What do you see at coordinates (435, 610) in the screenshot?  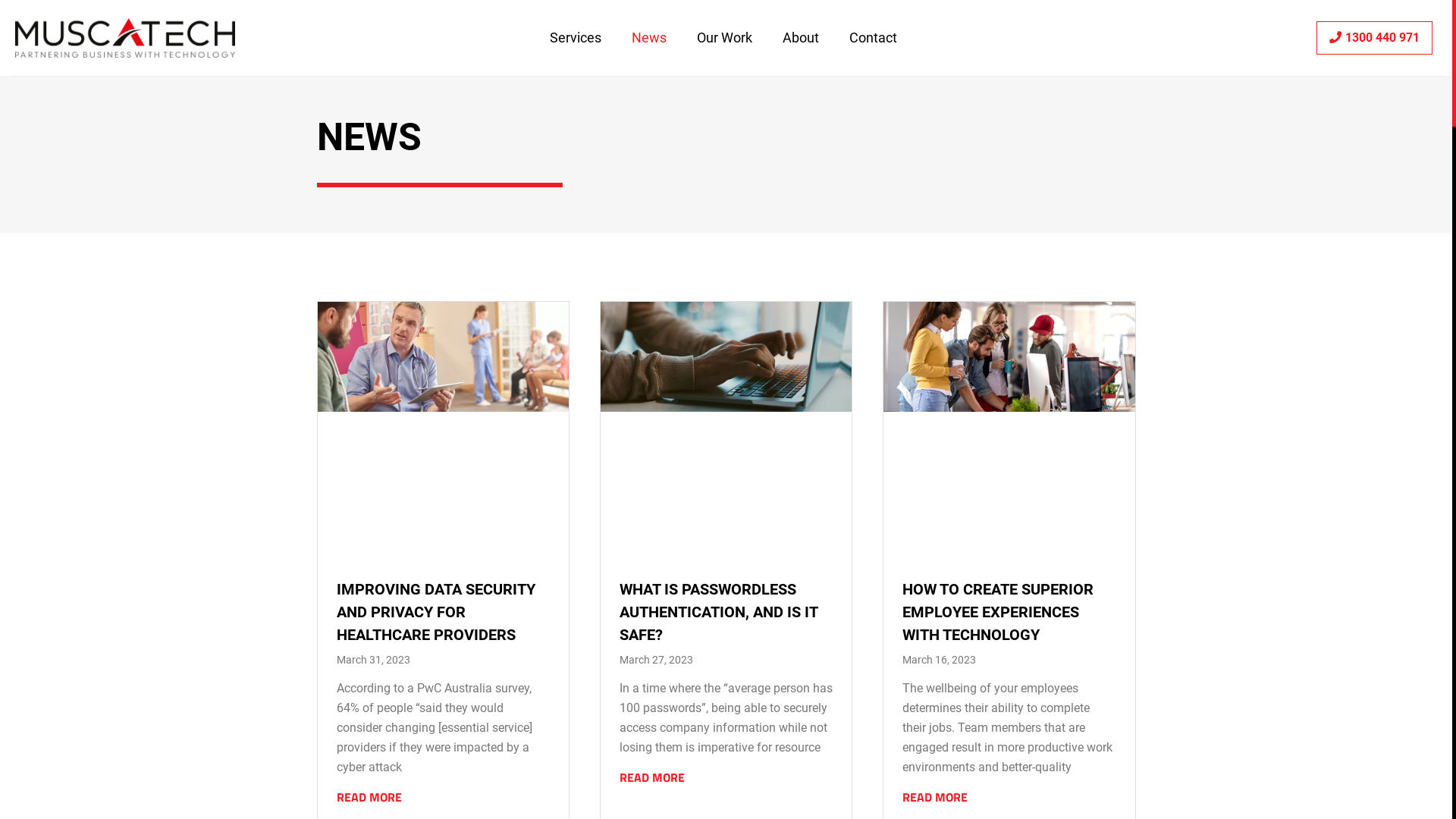 I see `'IMPROVING DATA SECURITY AND PRIVACY FOR HEALTHCARE PROVIDERS'` at bounding box center [435, 610].